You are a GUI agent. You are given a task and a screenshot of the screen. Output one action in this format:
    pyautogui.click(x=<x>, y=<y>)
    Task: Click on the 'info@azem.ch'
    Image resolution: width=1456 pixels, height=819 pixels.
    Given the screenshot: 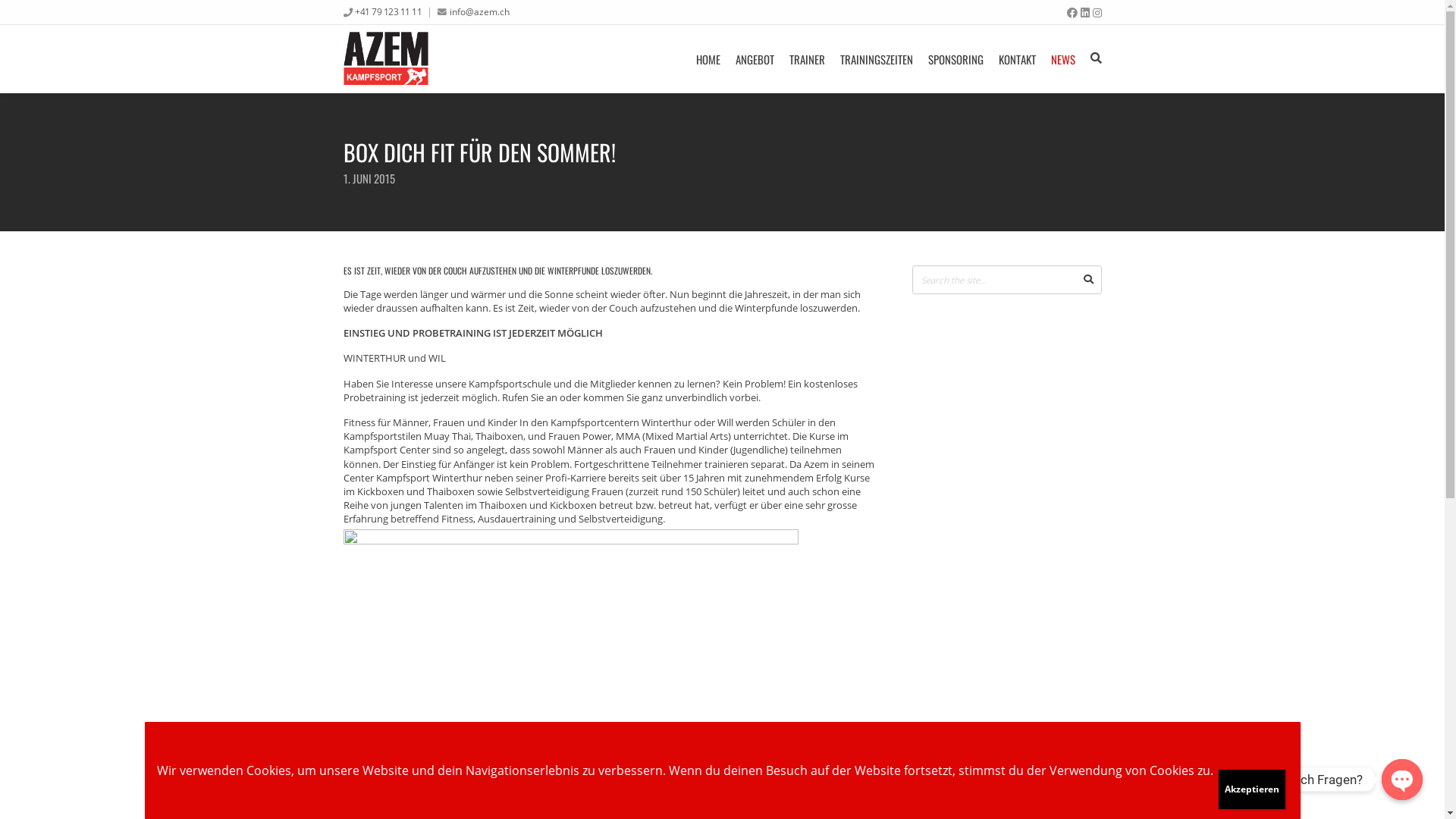 What is the action you would take?
    pyautogui.click(x=449, y=11)
    